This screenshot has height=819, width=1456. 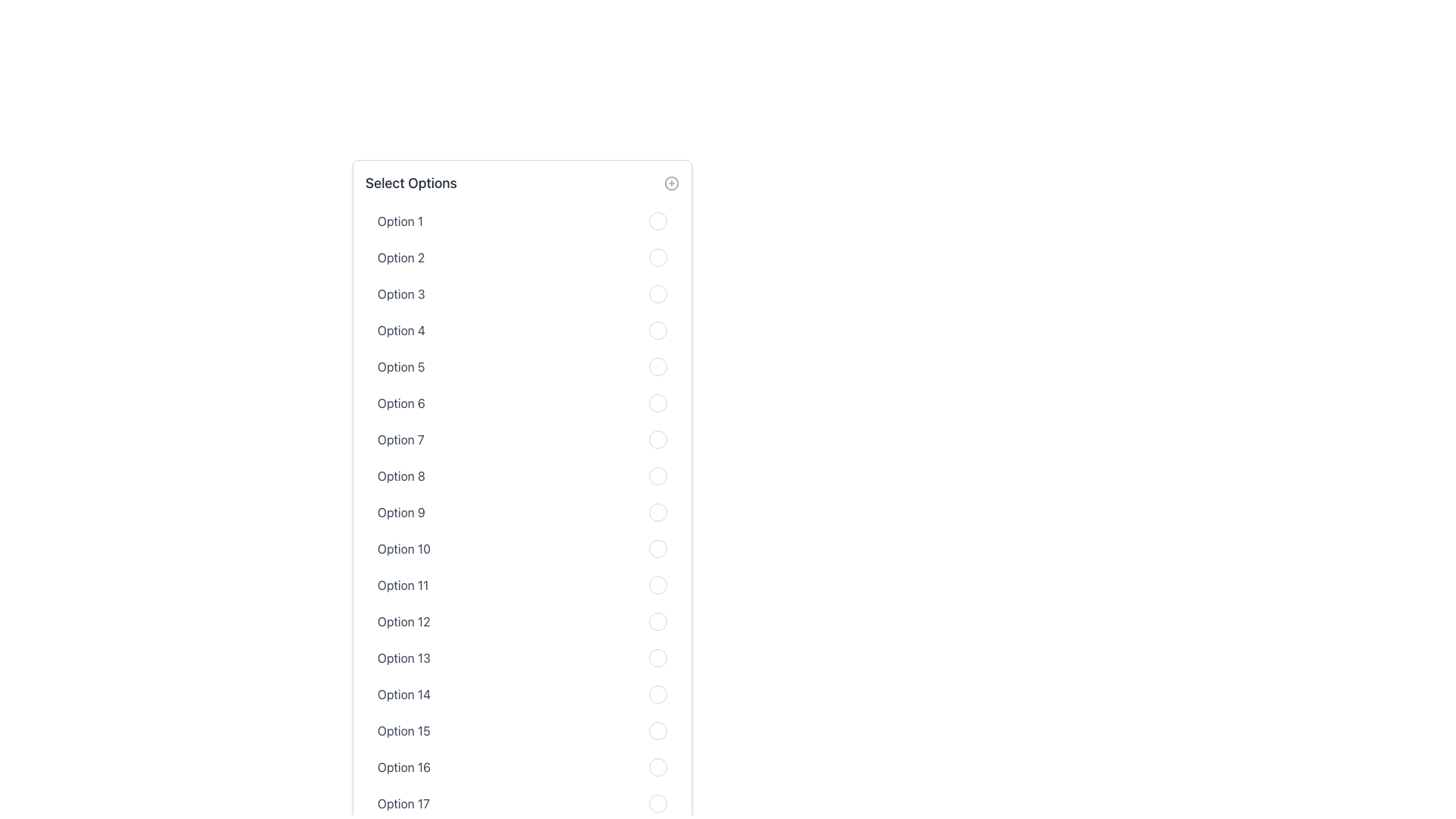 I want to click on the radio button corresponding to 'Option 10', so click(x=658, y=549).